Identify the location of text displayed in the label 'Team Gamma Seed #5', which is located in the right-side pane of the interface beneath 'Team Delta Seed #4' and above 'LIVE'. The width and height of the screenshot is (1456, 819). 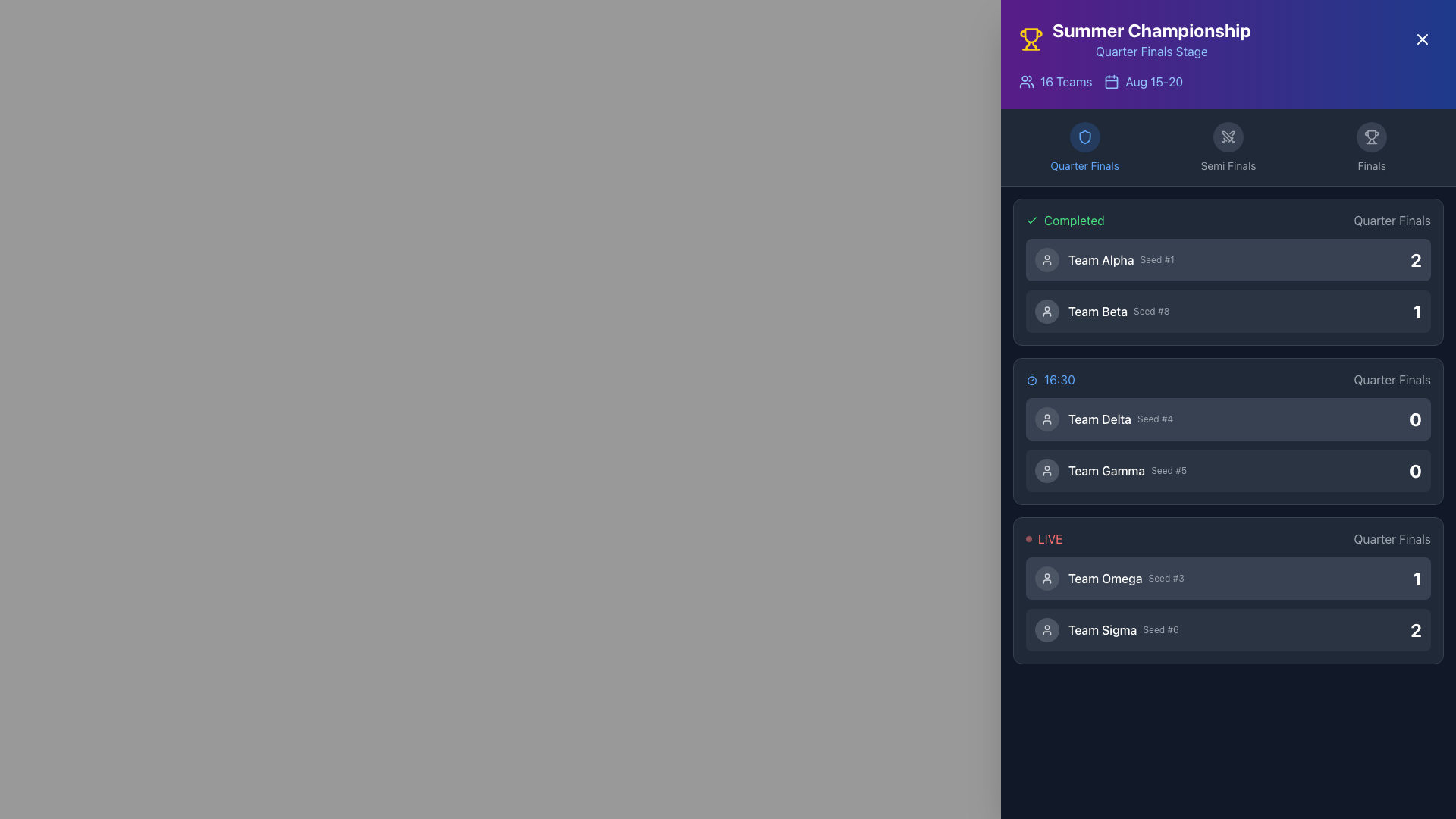
(1111, 470).